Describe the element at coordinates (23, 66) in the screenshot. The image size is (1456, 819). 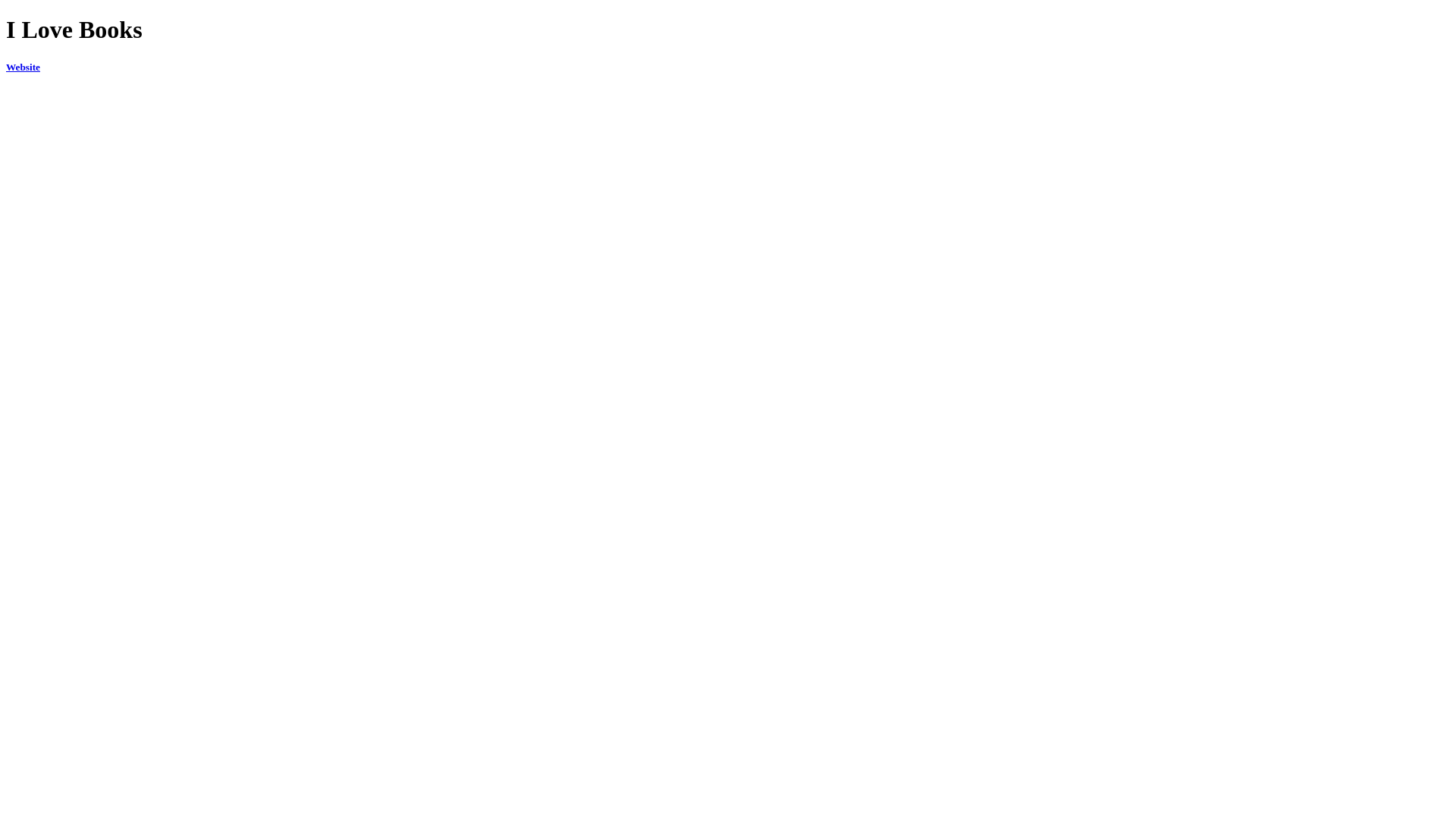
I see `'Website'` at that location.